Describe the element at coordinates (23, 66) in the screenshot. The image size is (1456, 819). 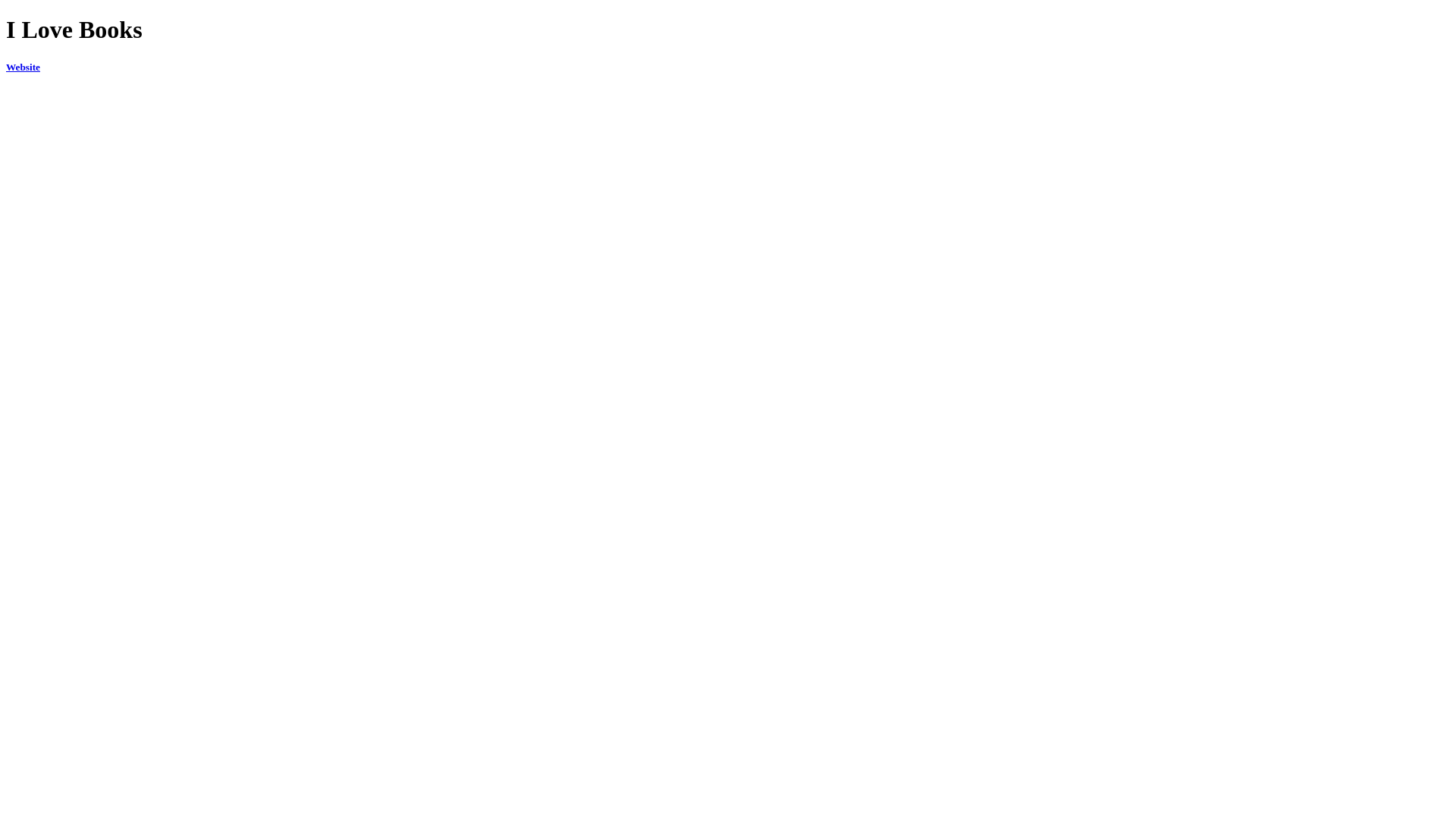
I see `'Website'` at that location.